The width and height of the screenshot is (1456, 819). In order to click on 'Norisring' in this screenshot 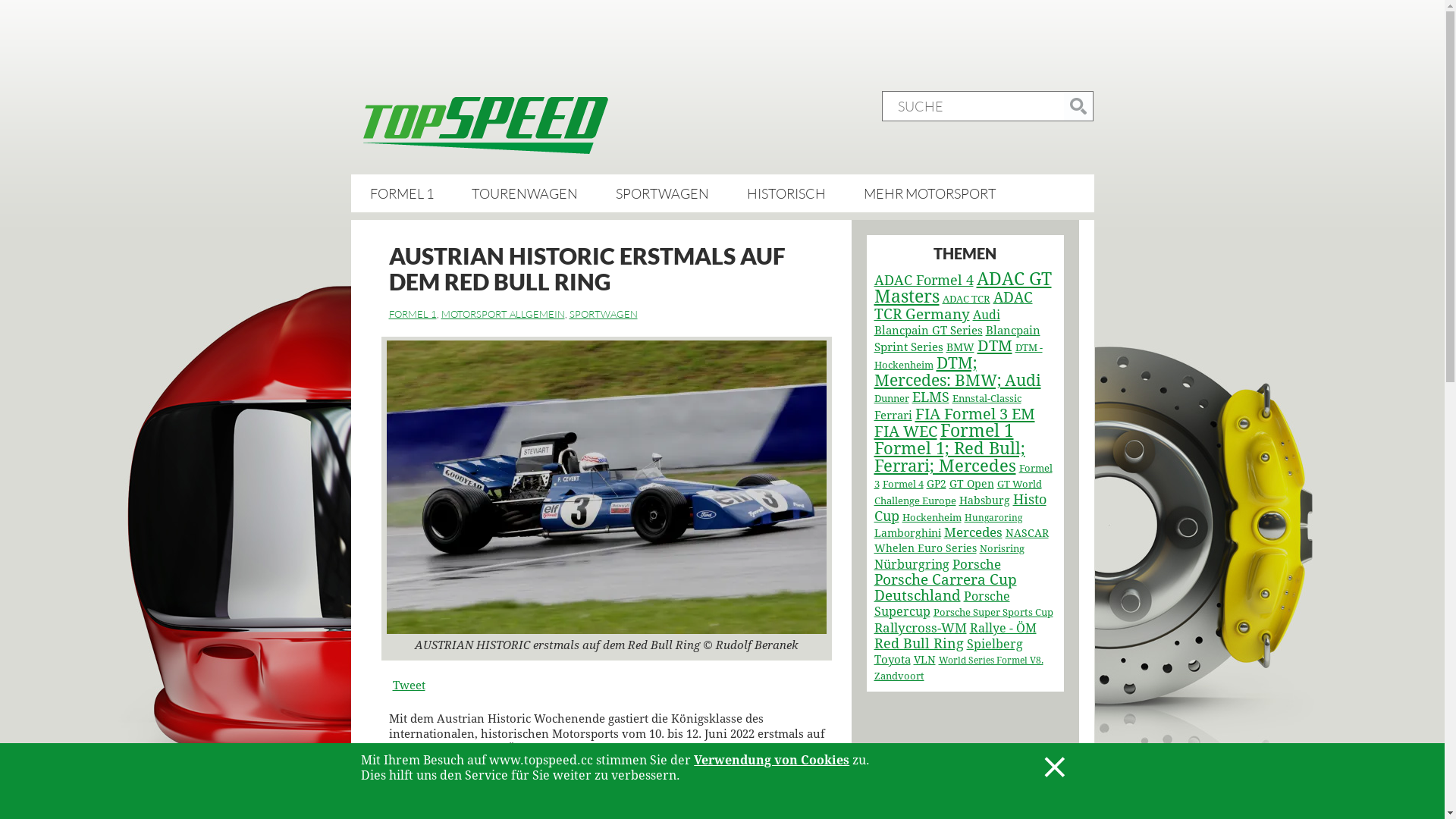, I will do `click(979, 548)`.